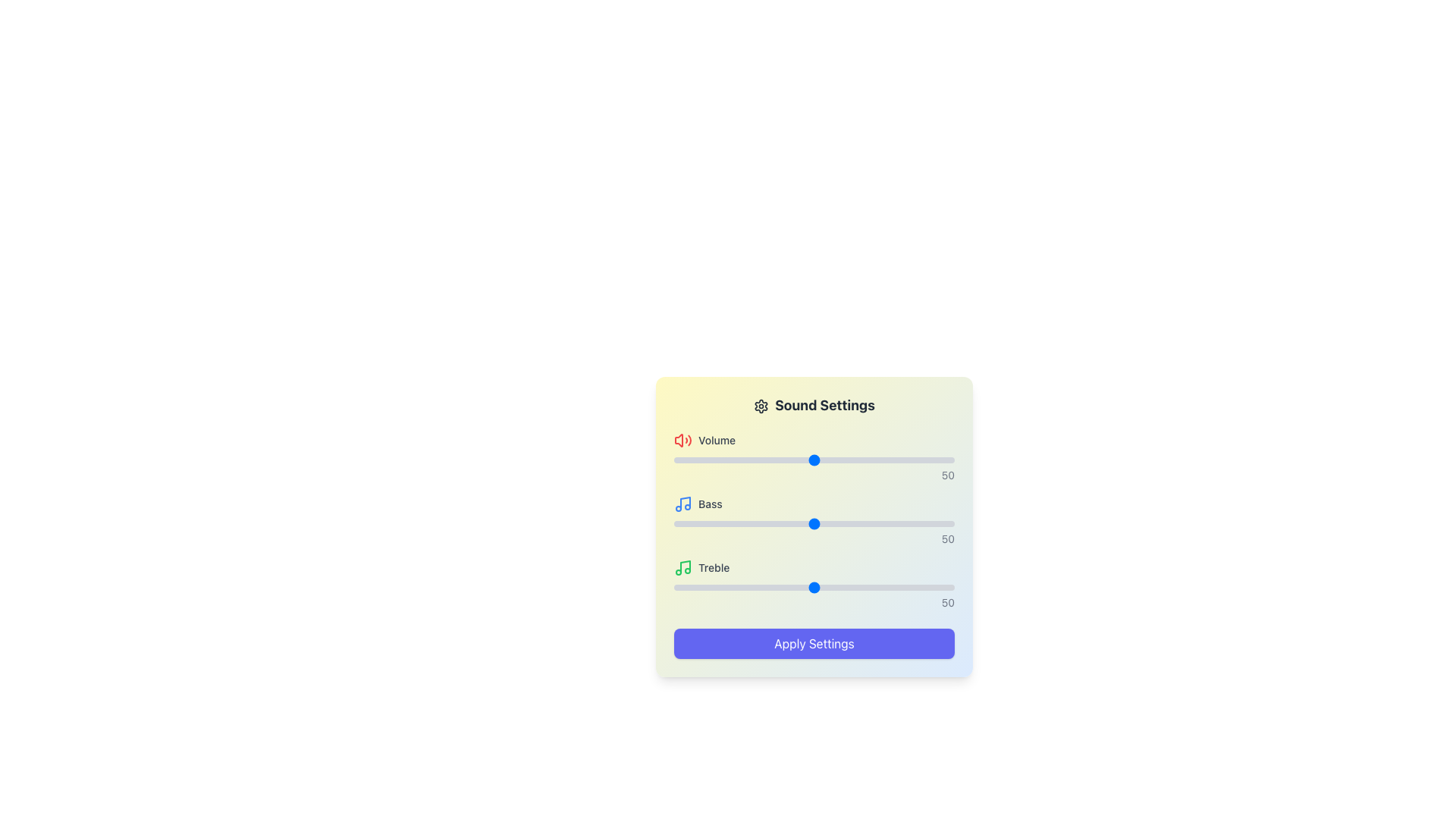 The width and height of the screenshot is (1456, 819). What do you see at coordinates (928, 587) in the screenshot?
I see `the treble level` at bounding box center [928, 587].